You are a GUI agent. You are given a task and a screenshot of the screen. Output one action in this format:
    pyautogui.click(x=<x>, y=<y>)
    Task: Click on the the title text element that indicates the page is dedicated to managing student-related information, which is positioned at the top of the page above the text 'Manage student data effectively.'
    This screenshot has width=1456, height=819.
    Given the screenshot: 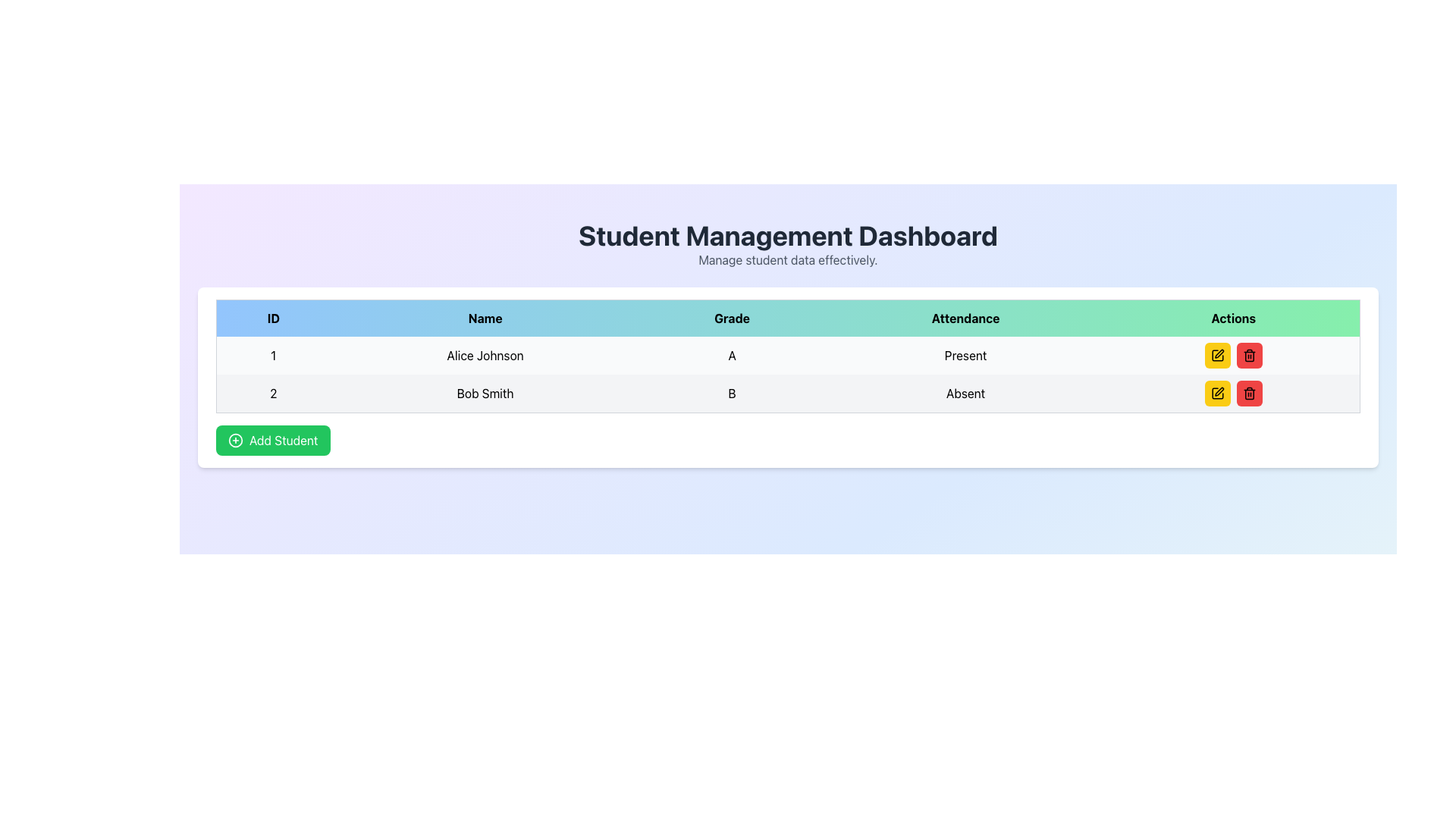 What is the action you would take?
    pyautogui.click(x=788, y=236)
    